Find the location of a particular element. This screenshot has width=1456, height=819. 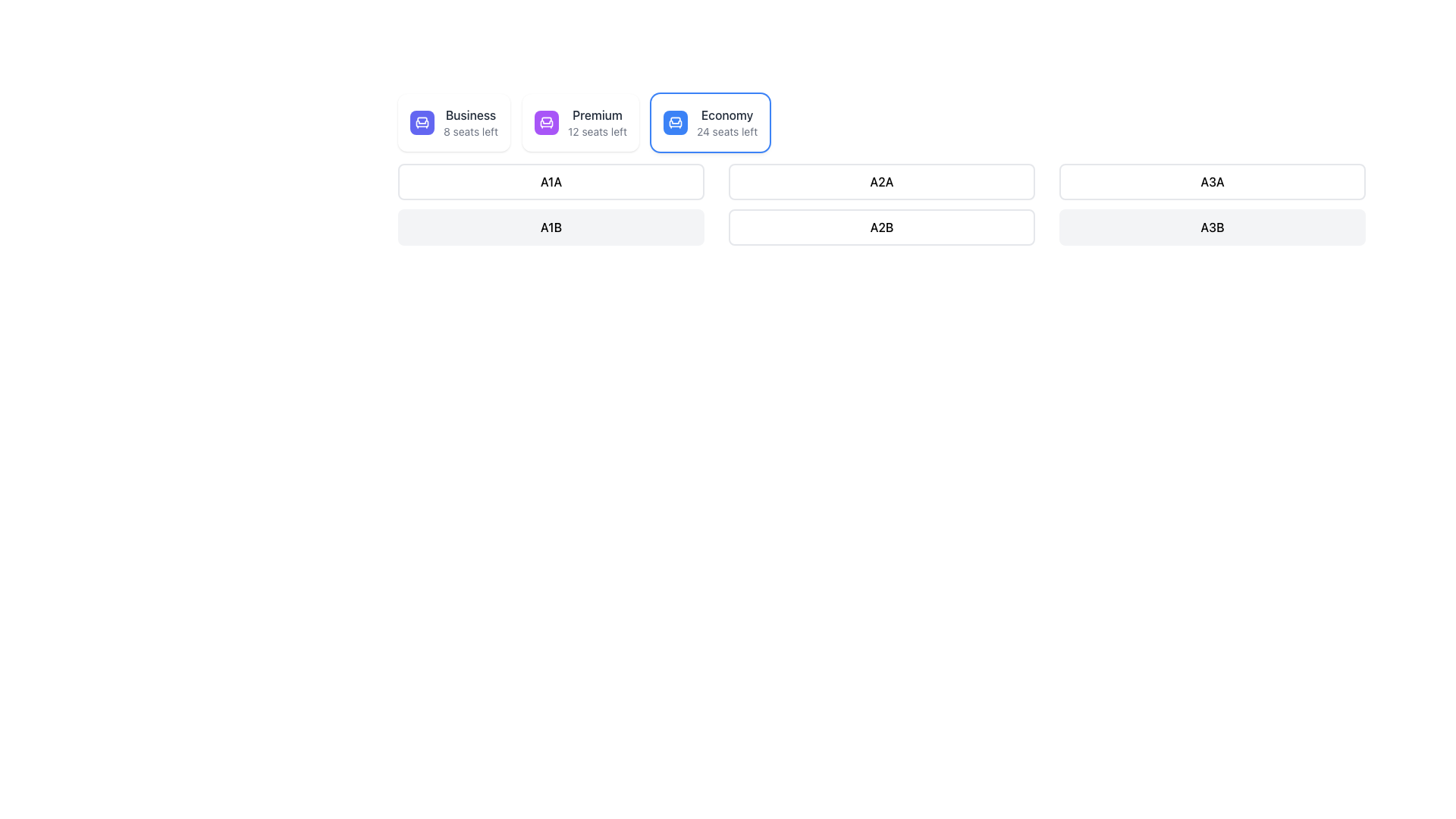

the Text label that indicates a seat or section identifier in the Economy section, located in the second column of the second row, above 'A2B' and to the left of 'A3A' is located at coordinates (881, 180).